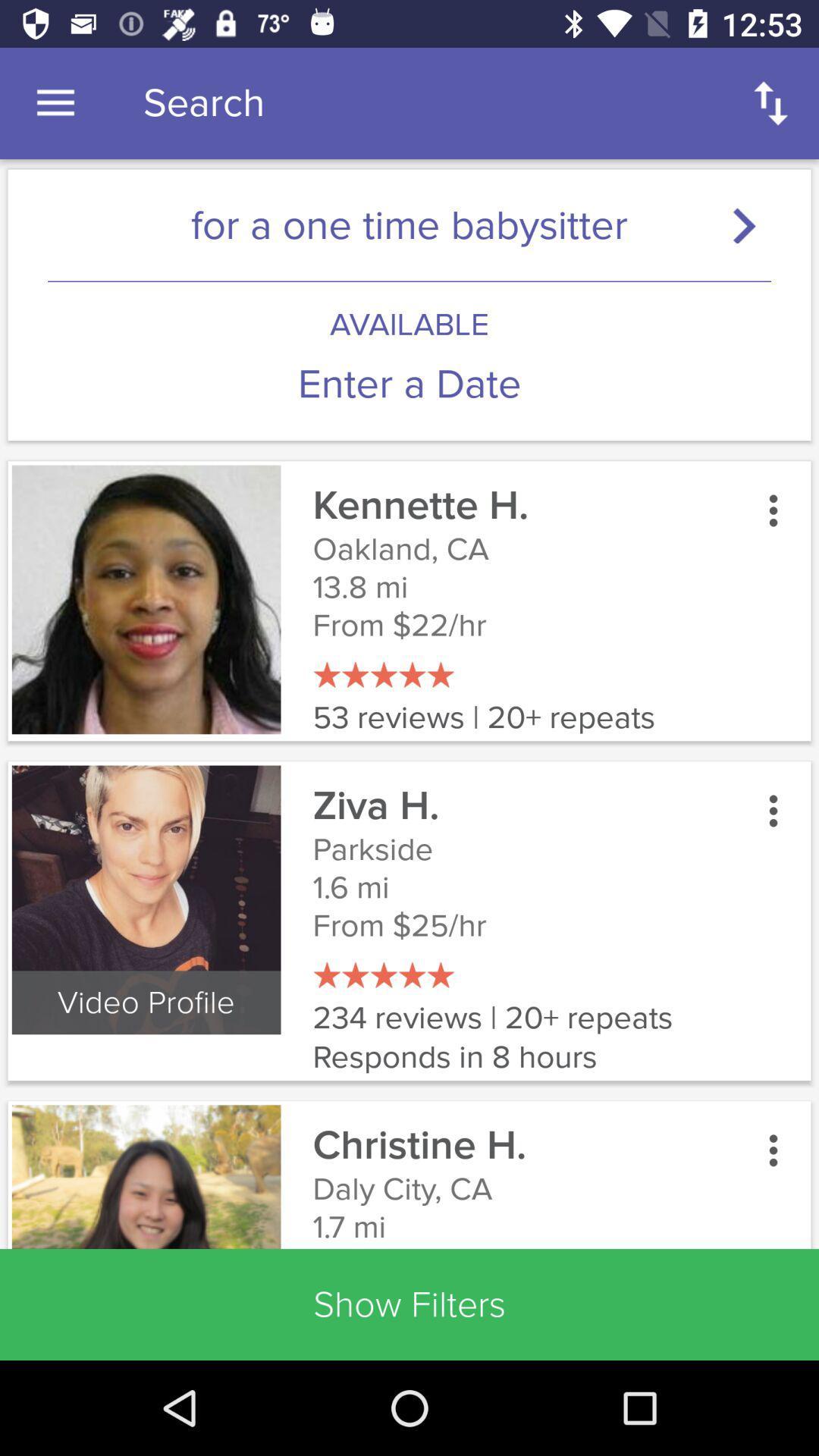 This screenshot has width=819, height=1456. What do you see at coordinates (409, 384) in the screenshot?
I see `item below available icon` at bounding box center [409, 384].